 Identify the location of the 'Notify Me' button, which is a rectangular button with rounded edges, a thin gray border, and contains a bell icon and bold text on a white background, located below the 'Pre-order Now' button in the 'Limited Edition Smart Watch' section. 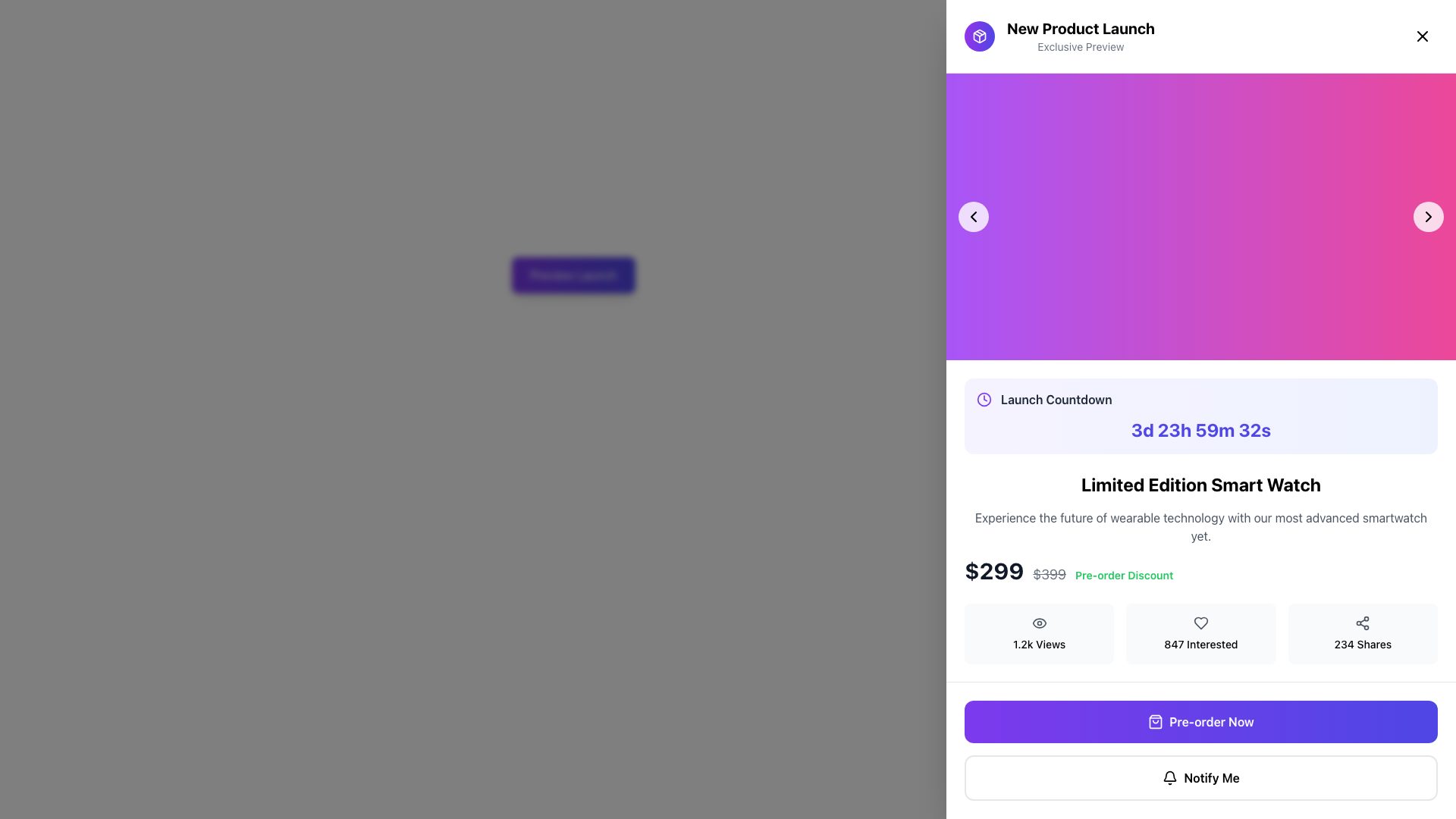
(1200, 778).